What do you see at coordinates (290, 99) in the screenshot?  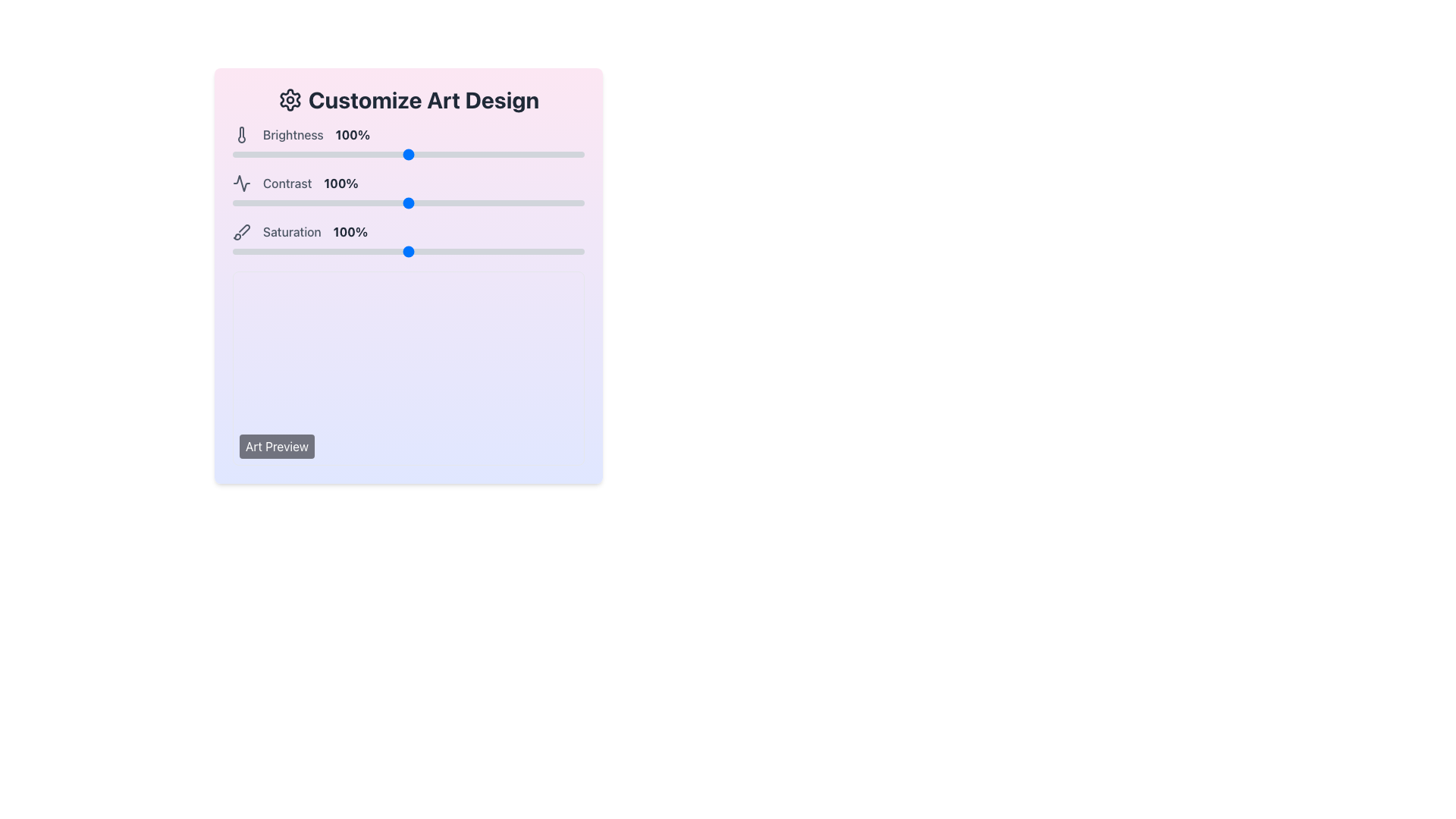 I see `the appearance of the gear-like icon located in the header of the 'Customize Art Design' card, situated to the left of the header text` at bounding box center [290, 99].